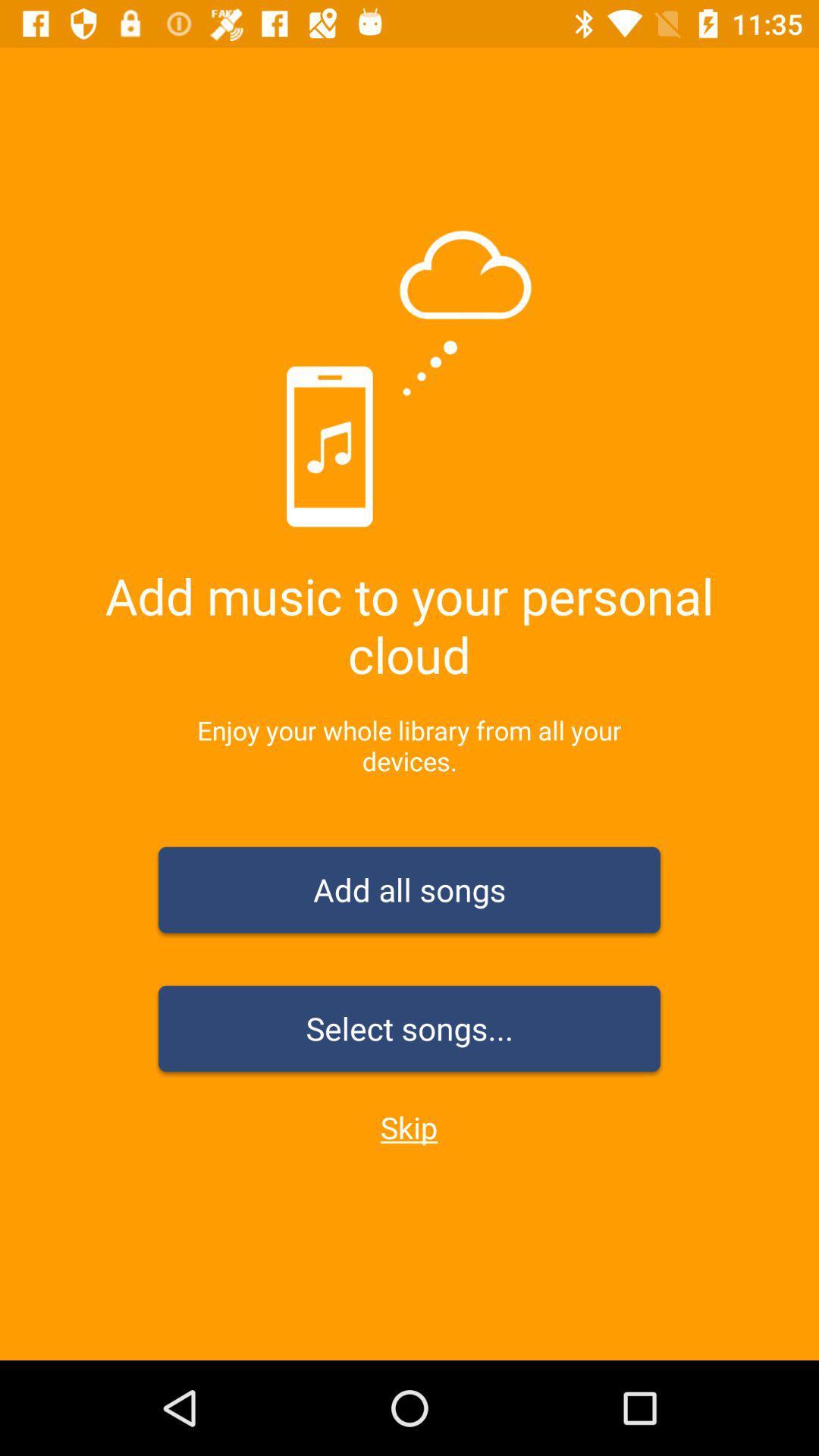  Describe the element at coordinates (409, 1031) in the screenshot. I see `the select songs... item` at that location.